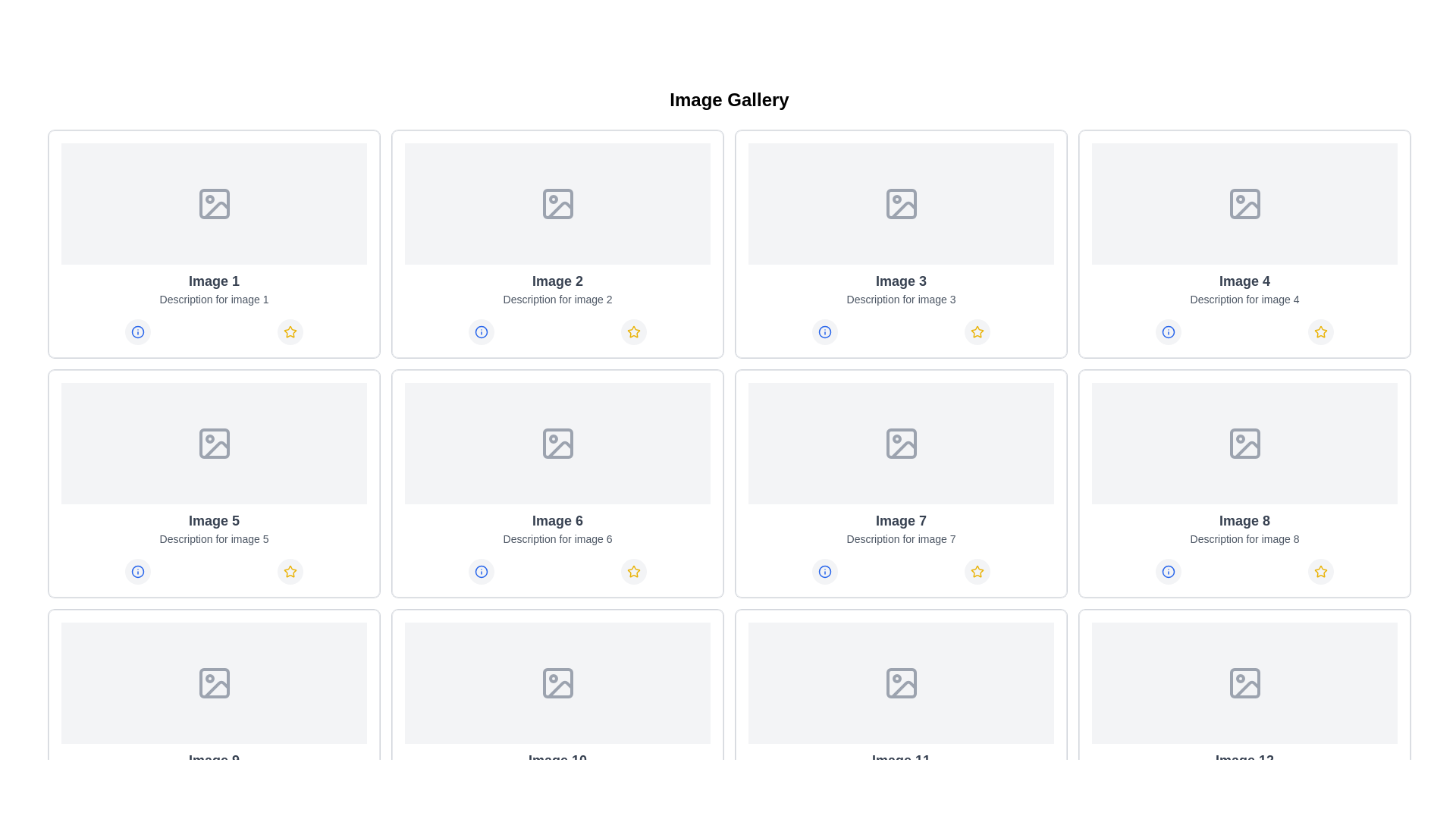 The width and height of the screenshot is (1456, 819). I want to click on the SVG rectangle with a soft gray outline located in the bottom row of the gallery under 'Image 9', so click(213, 683).